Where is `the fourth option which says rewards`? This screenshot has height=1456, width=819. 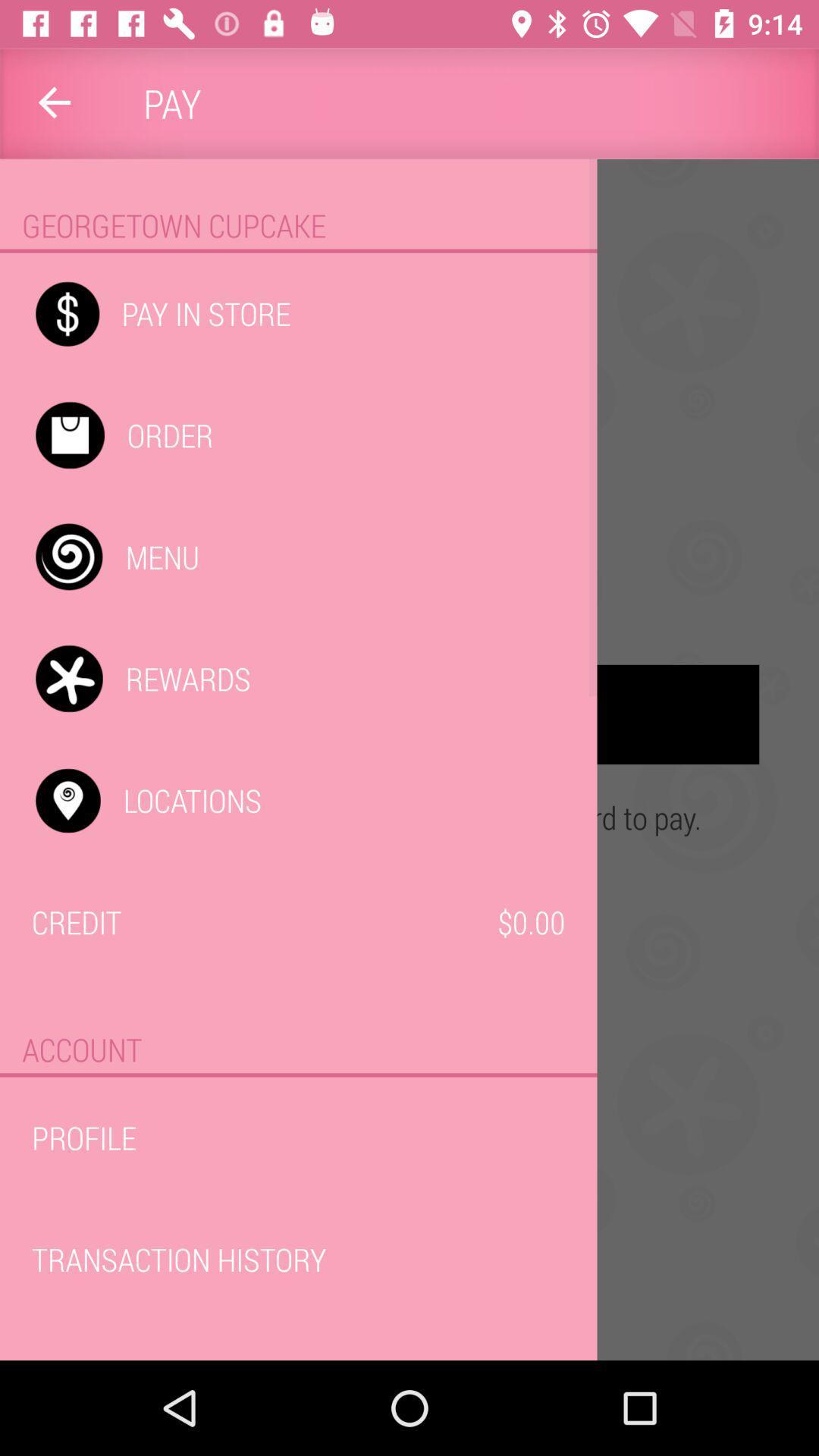
the fourth option which says rewards is located at coordinates (409, 714).